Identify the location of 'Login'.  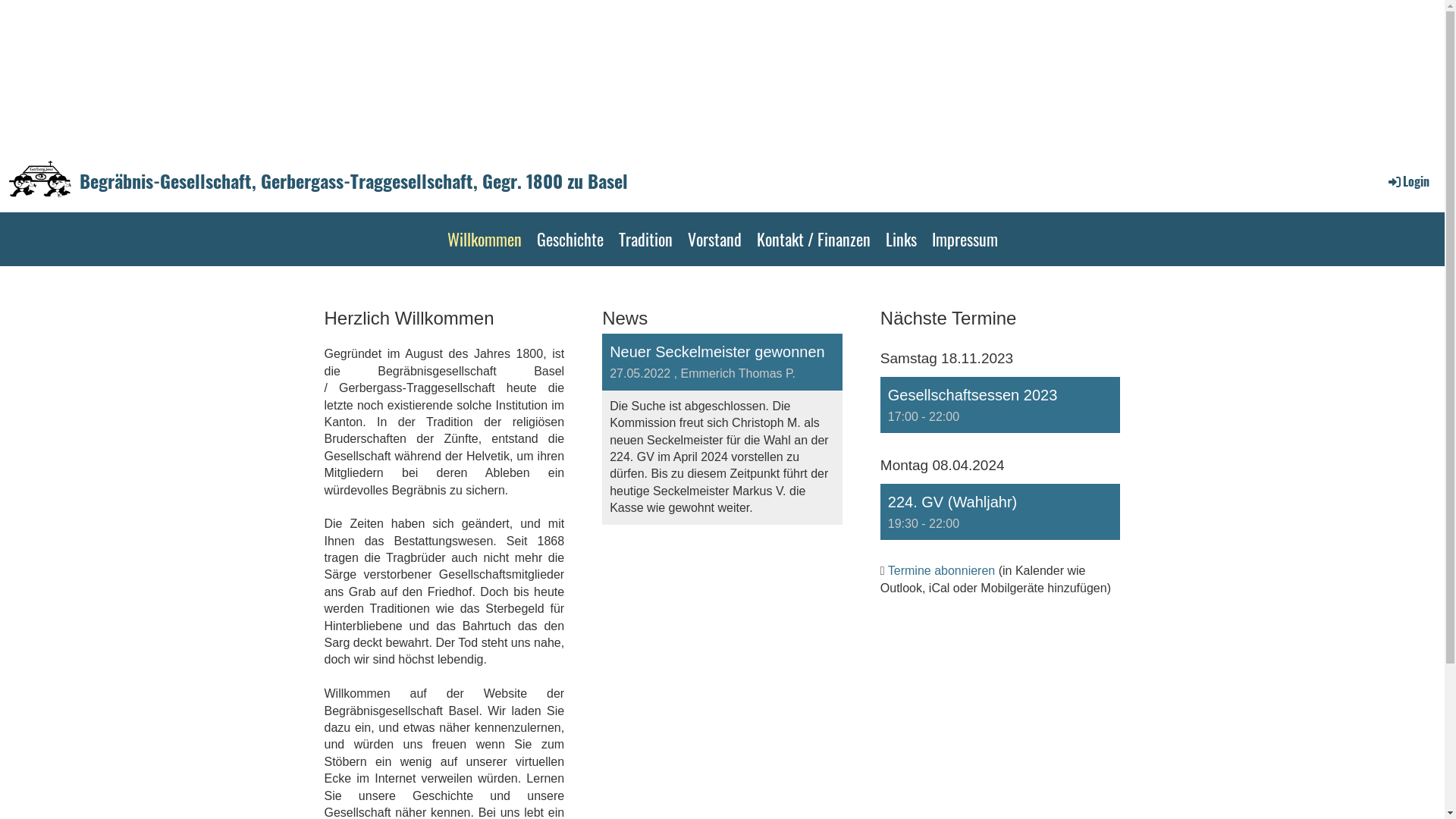
(1407, 180).